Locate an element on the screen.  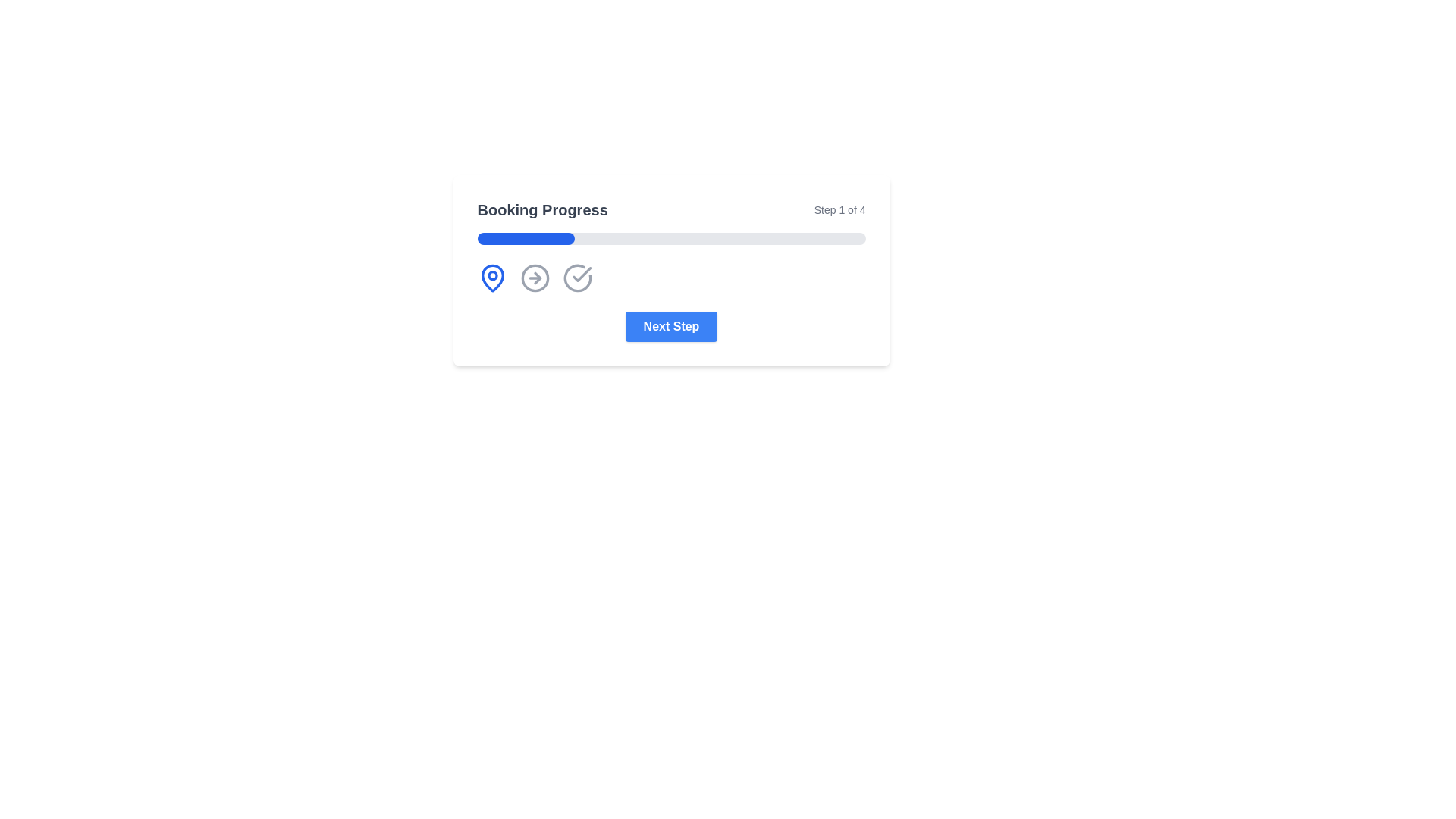
the decorative circular part of the SVG map pin icon, which is distinguished by its red fill and positioned at the top-left corner among a horizontal sequence of icons below the 'Booking Progress' header is located at coordinates (492, 275).